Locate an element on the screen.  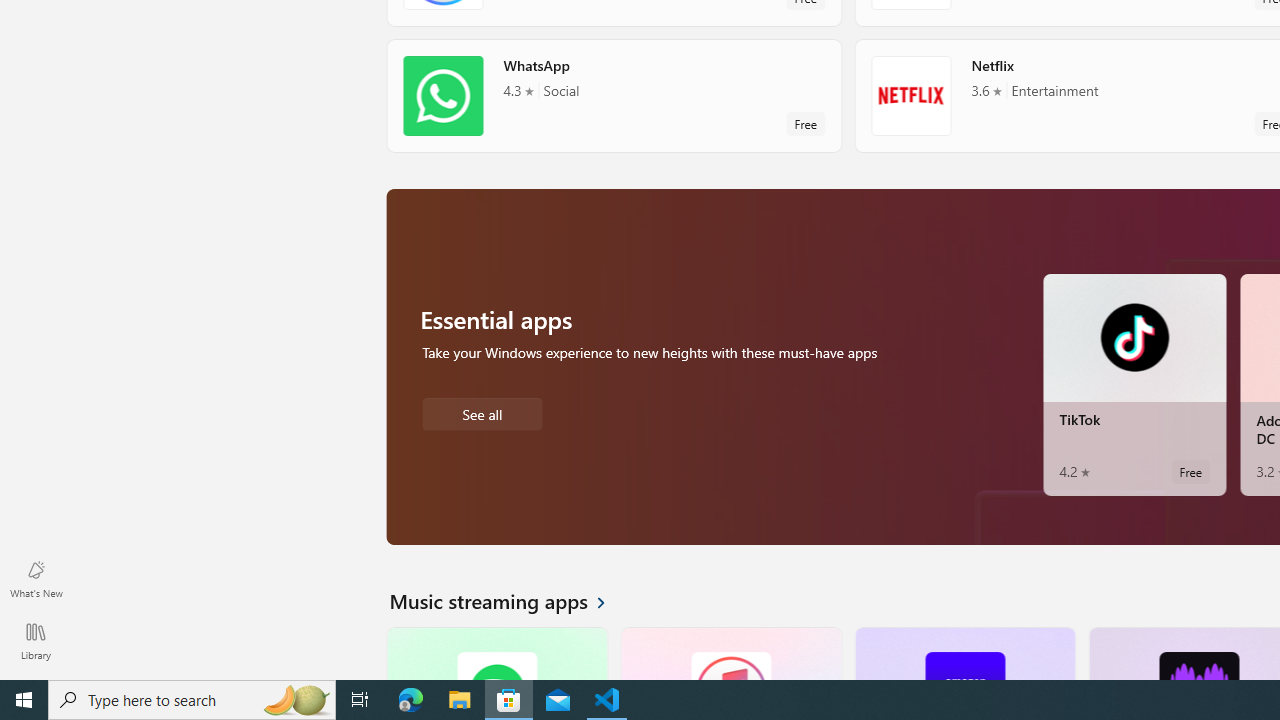
'WhatsApp. Average rating of 4.3 out of five stars. Free  ' is located at coordinates (613, 95).